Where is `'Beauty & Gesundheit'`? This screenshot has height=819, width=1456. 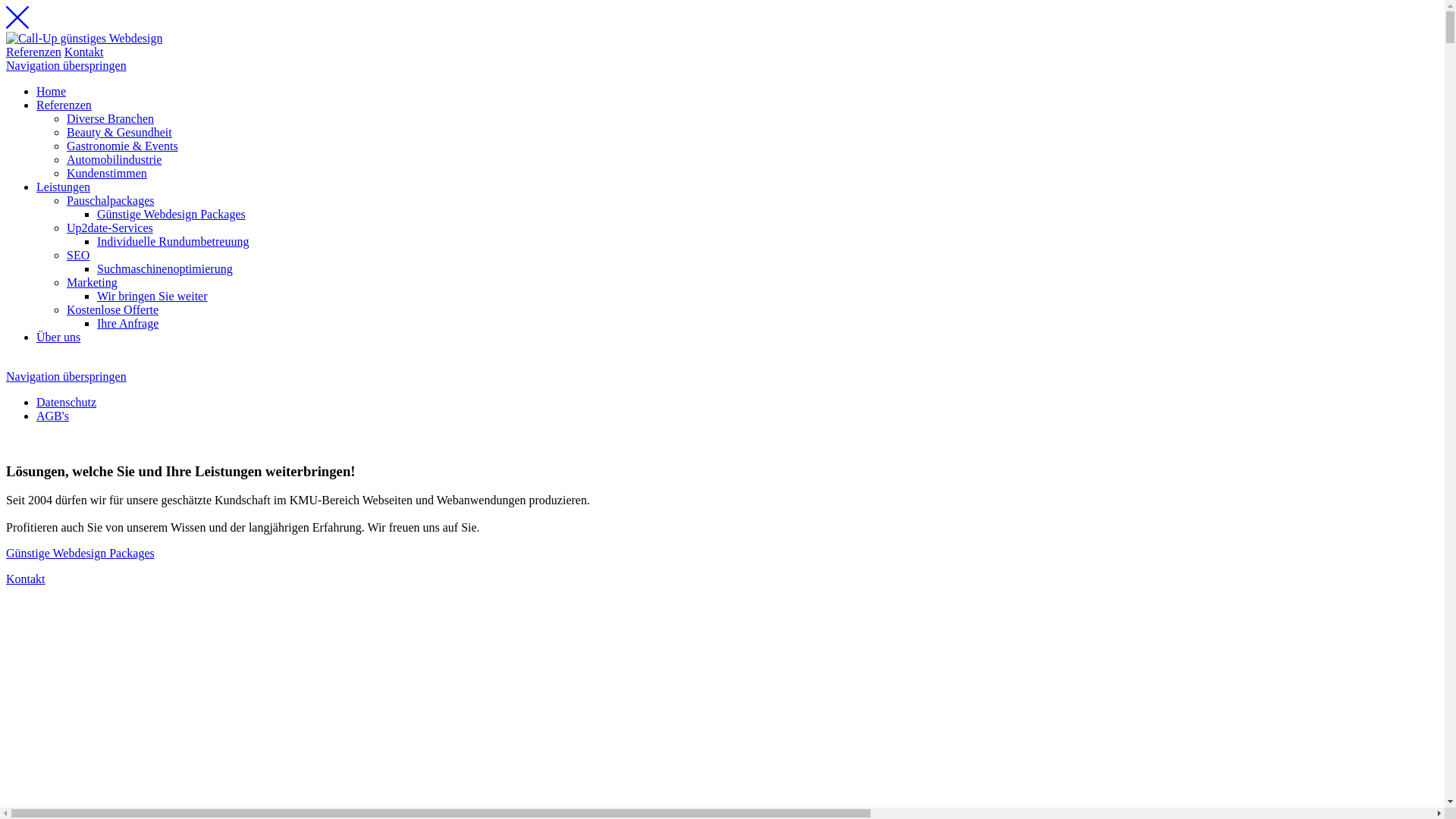
'Beauty & Gesundheit' is located at coordinates (118, 131).